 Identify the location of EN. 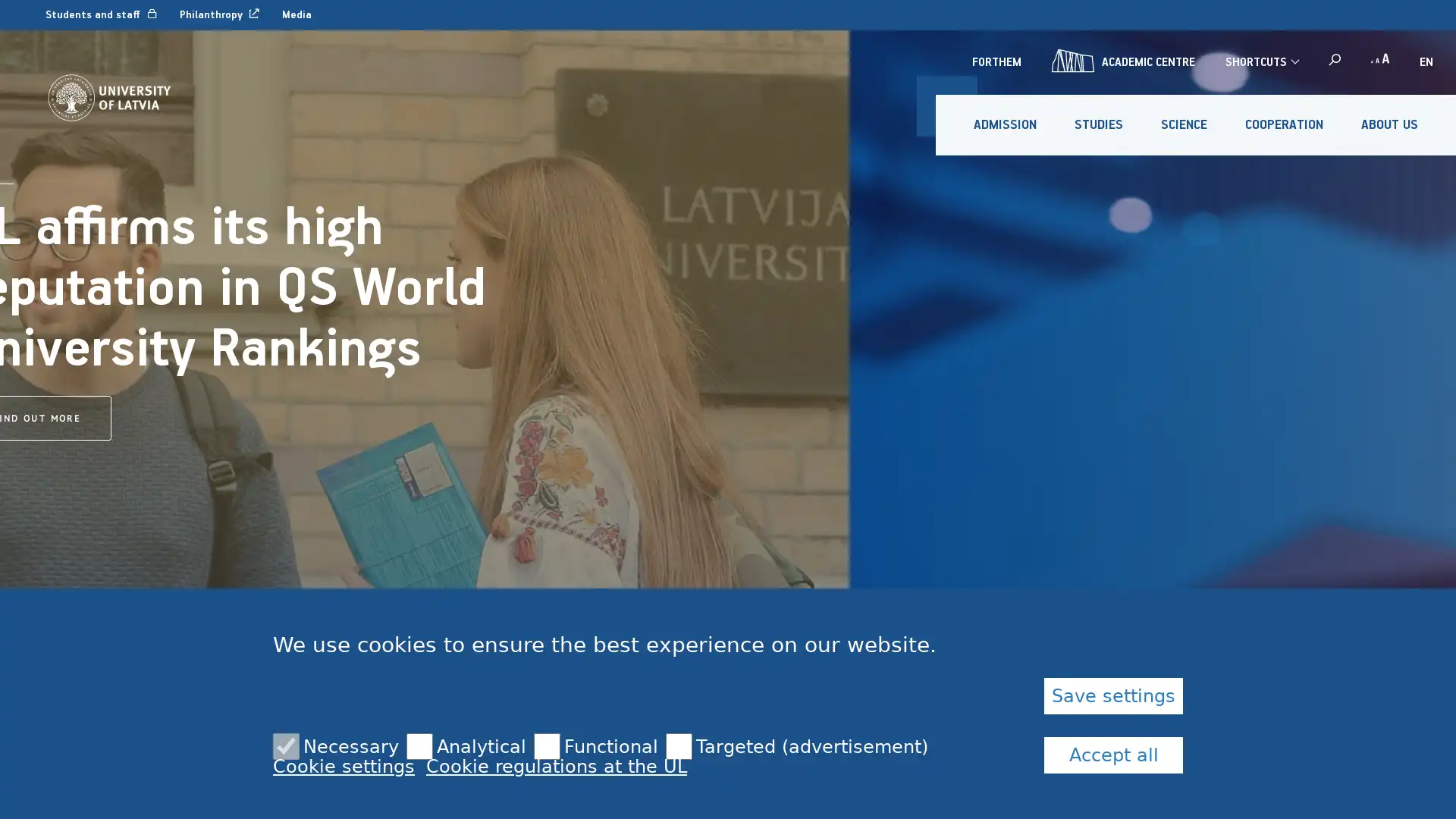
(1426, 61).